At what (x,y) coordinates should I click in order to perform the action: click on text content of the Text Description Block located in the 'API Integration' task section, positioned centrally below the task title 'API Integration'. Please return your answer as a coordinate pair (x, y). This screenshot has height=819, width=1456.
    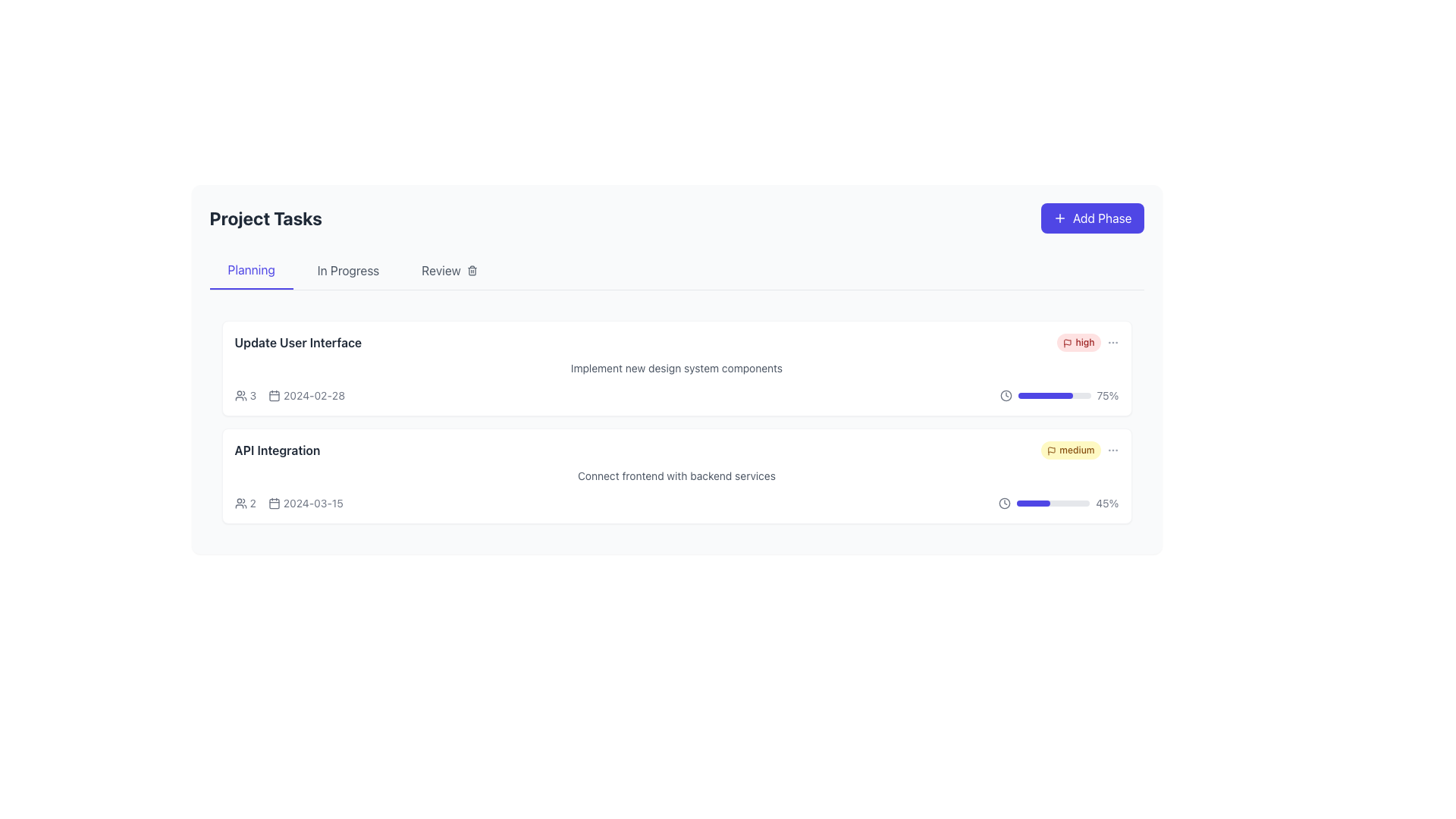
    Looking at the image, I should click on (676, 475).